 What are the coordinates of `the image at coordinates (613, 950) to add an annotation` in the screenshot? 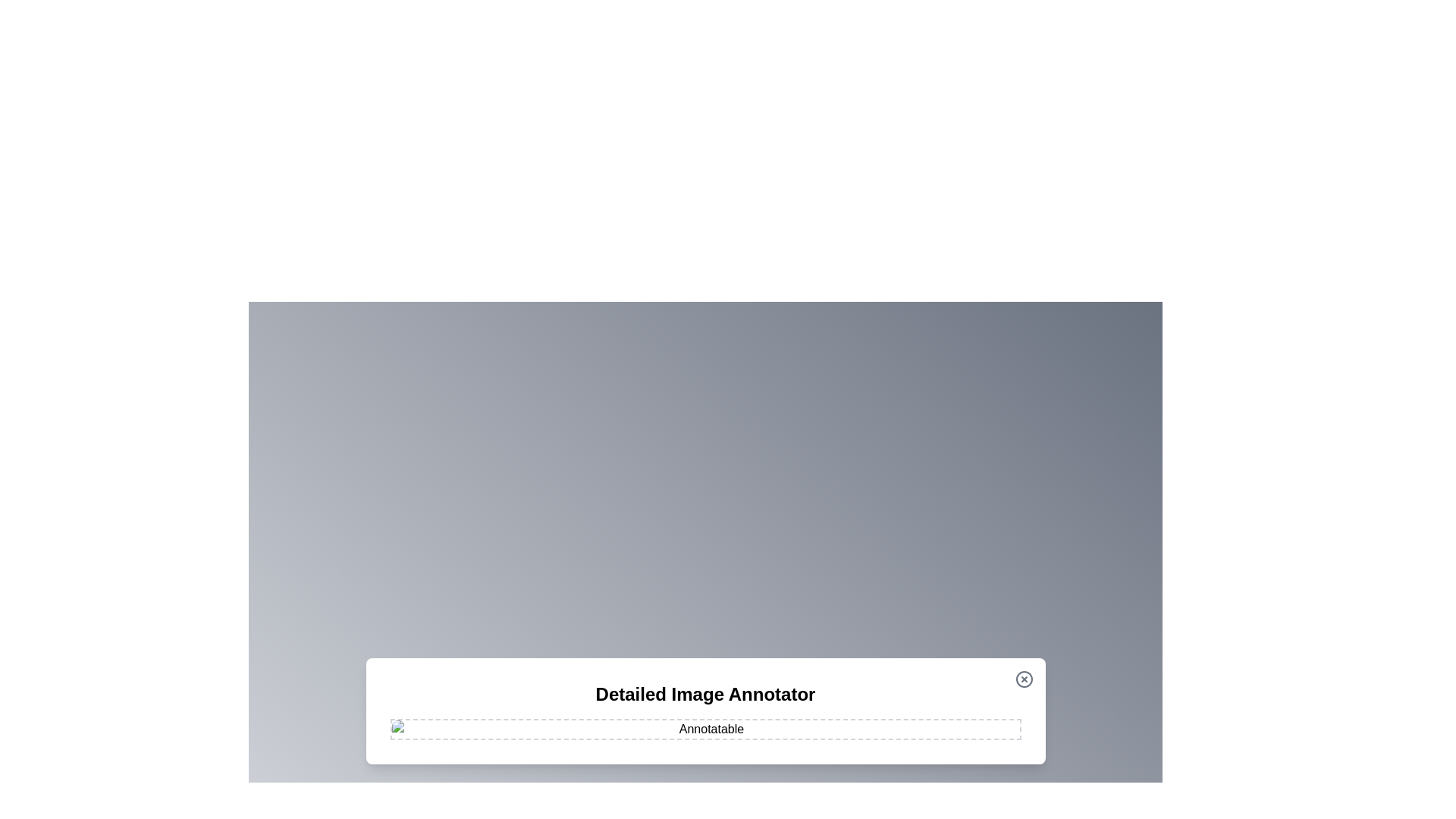 It's located at (464, 719).